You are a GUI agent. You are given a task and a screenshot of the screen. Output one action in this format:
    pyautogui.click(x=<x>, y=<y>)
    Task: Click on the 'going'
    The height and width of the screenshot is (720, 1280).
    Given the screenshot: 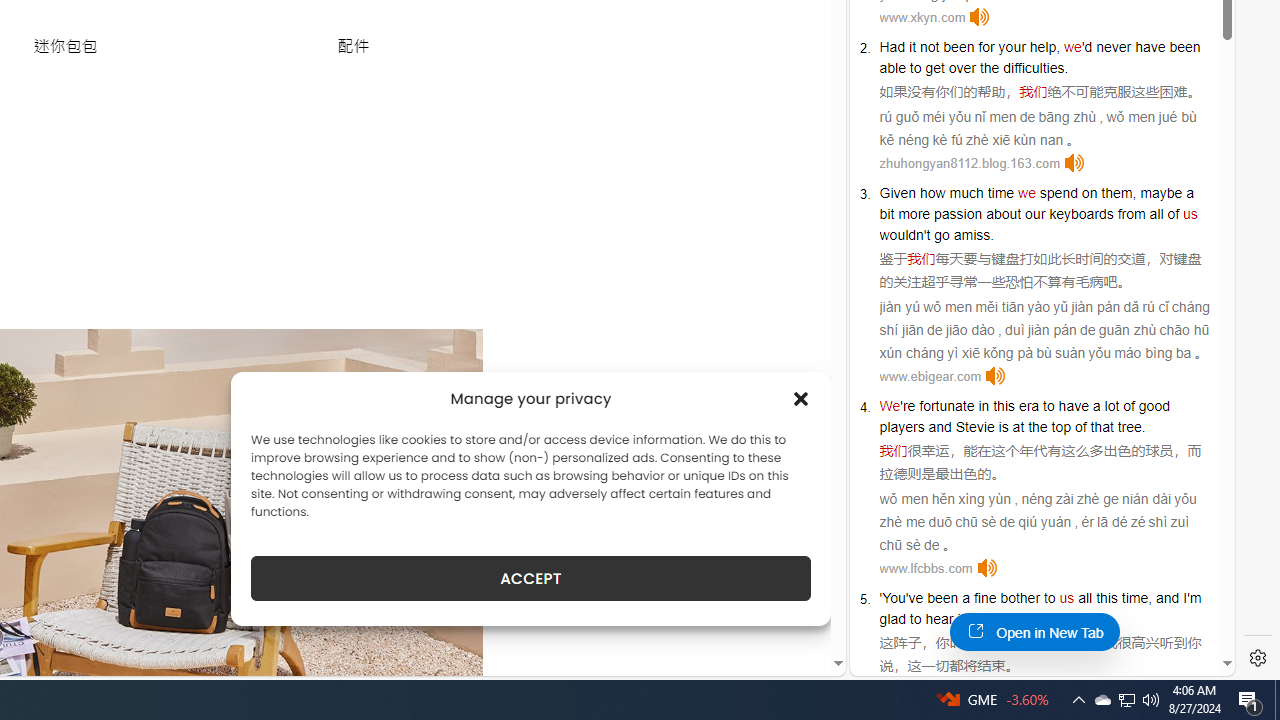 What is the action you would take?
    pyautogui.click(x=994, y=618)
    